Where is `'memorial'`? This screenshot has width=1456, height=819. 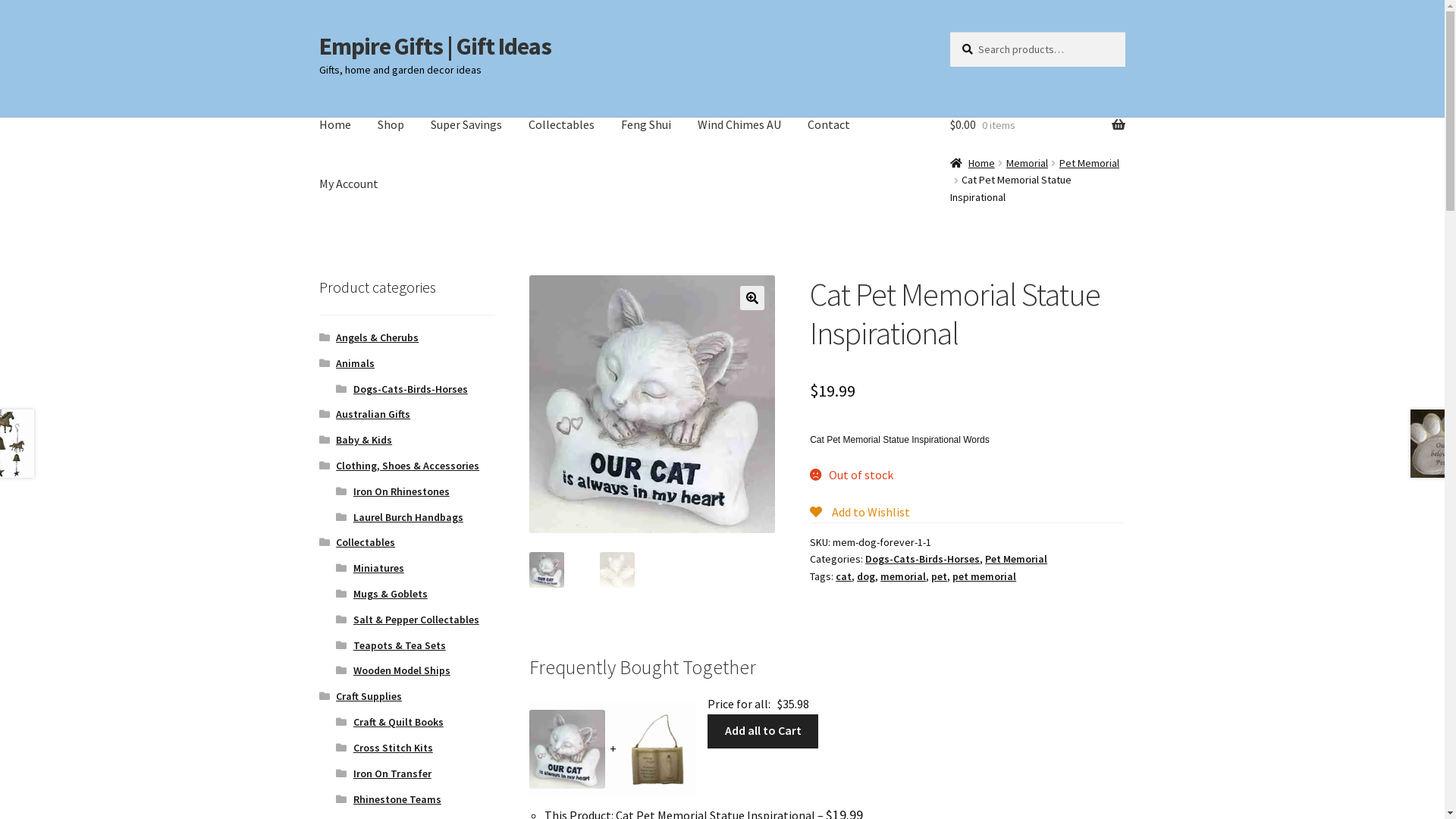 'memorial' is located at coordinates (902, 576).